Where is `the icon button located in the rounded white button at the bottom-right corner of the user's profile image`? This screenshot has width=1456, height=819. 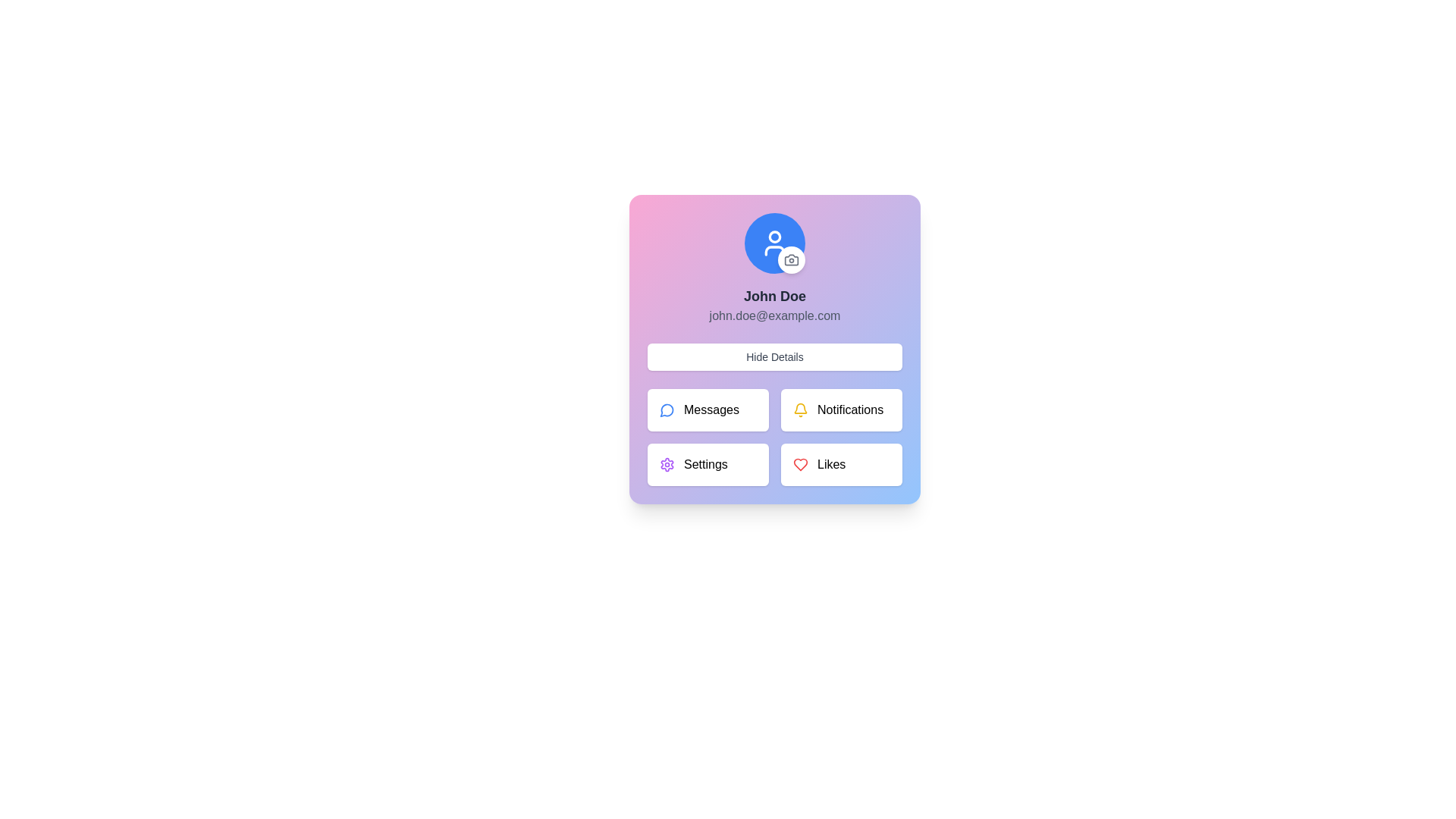 the icon button located in the rounded white button at the bottom-right corner of the user's profile image is located at coordinates (790, 259).